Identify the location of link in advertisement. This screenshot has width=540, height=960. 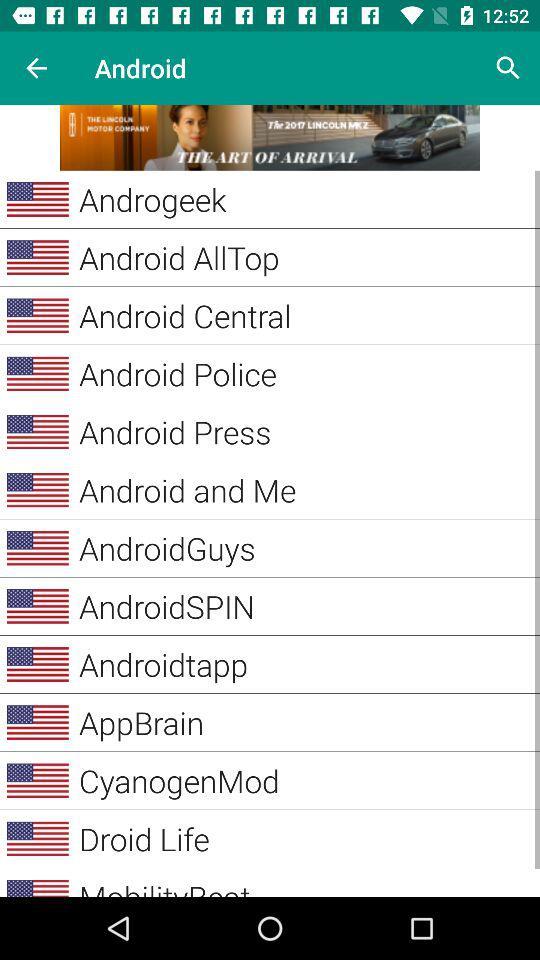
(270, 136).